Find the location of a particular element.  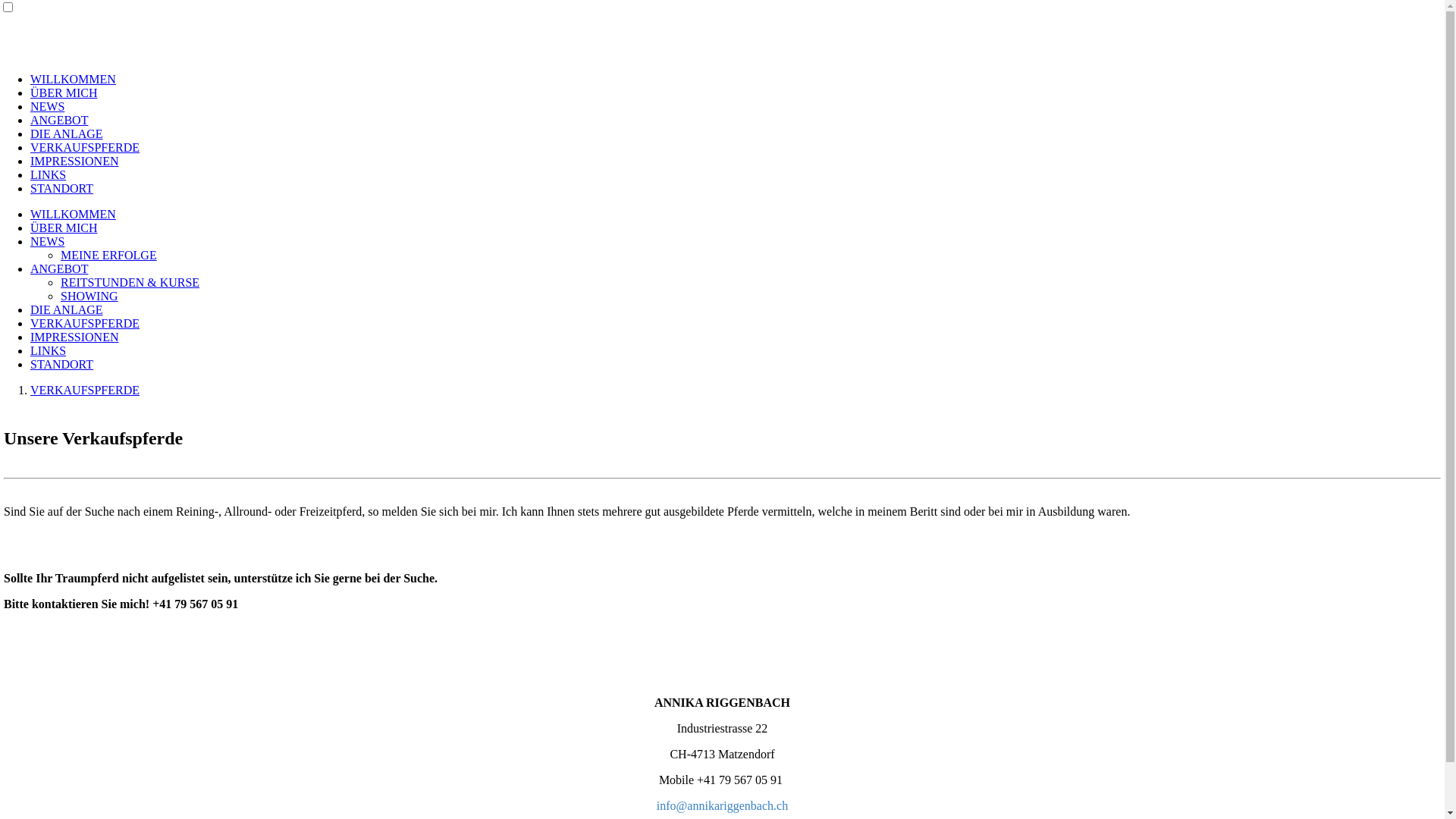

'NEWS' is located at coordinates (47, 240).